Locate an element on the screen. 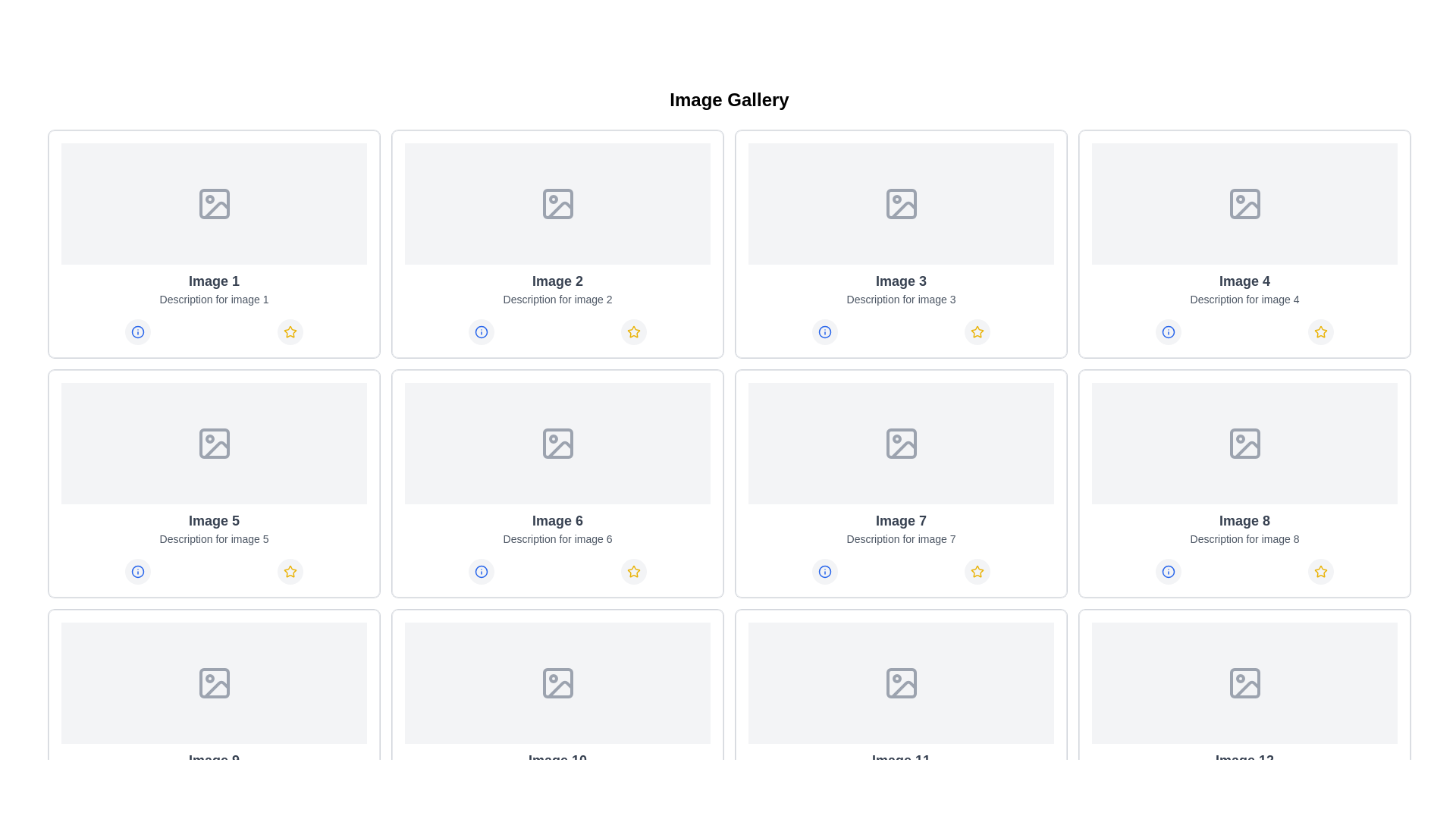 Image resolution: width=1456 pixels, height=819 pixels. the small circular blue icon located in the lower-right corner of the card labeled 'Image 8' is located at coordinates (1167, 571).